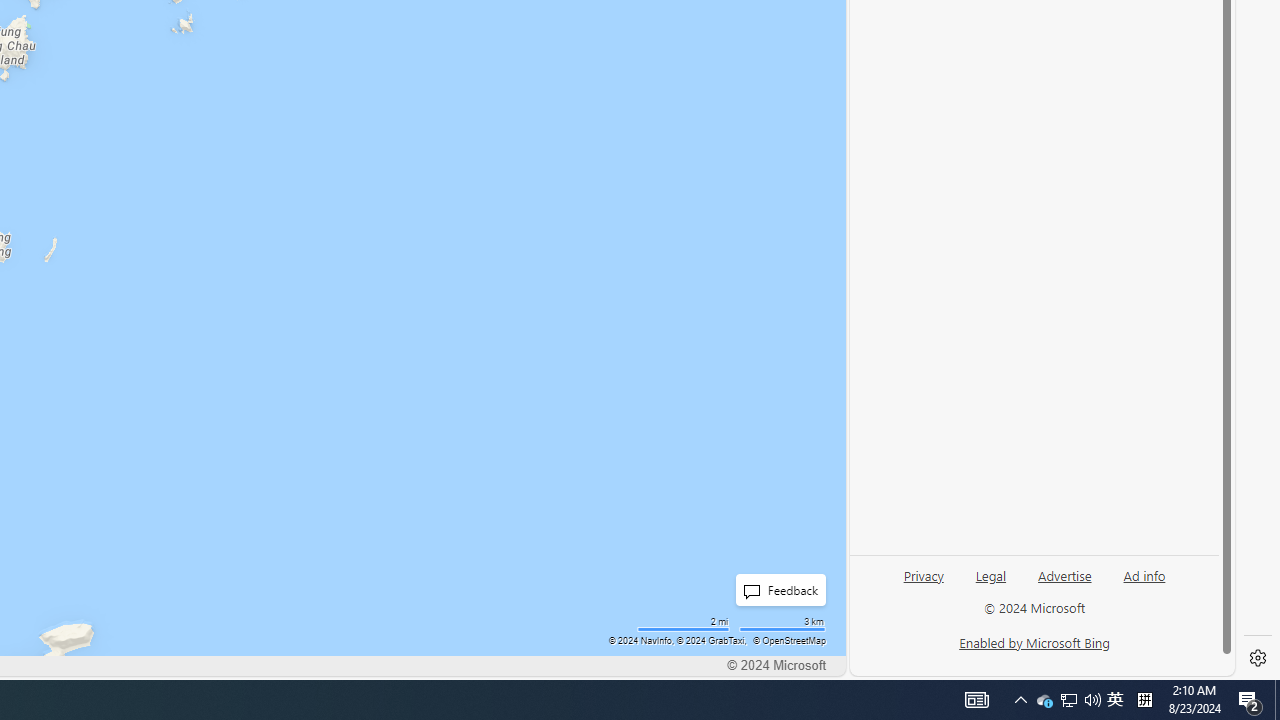 Image resolution: width=1280 pixels, height=720 pixels. I want to click on 'Settings', so click(1257, 658).